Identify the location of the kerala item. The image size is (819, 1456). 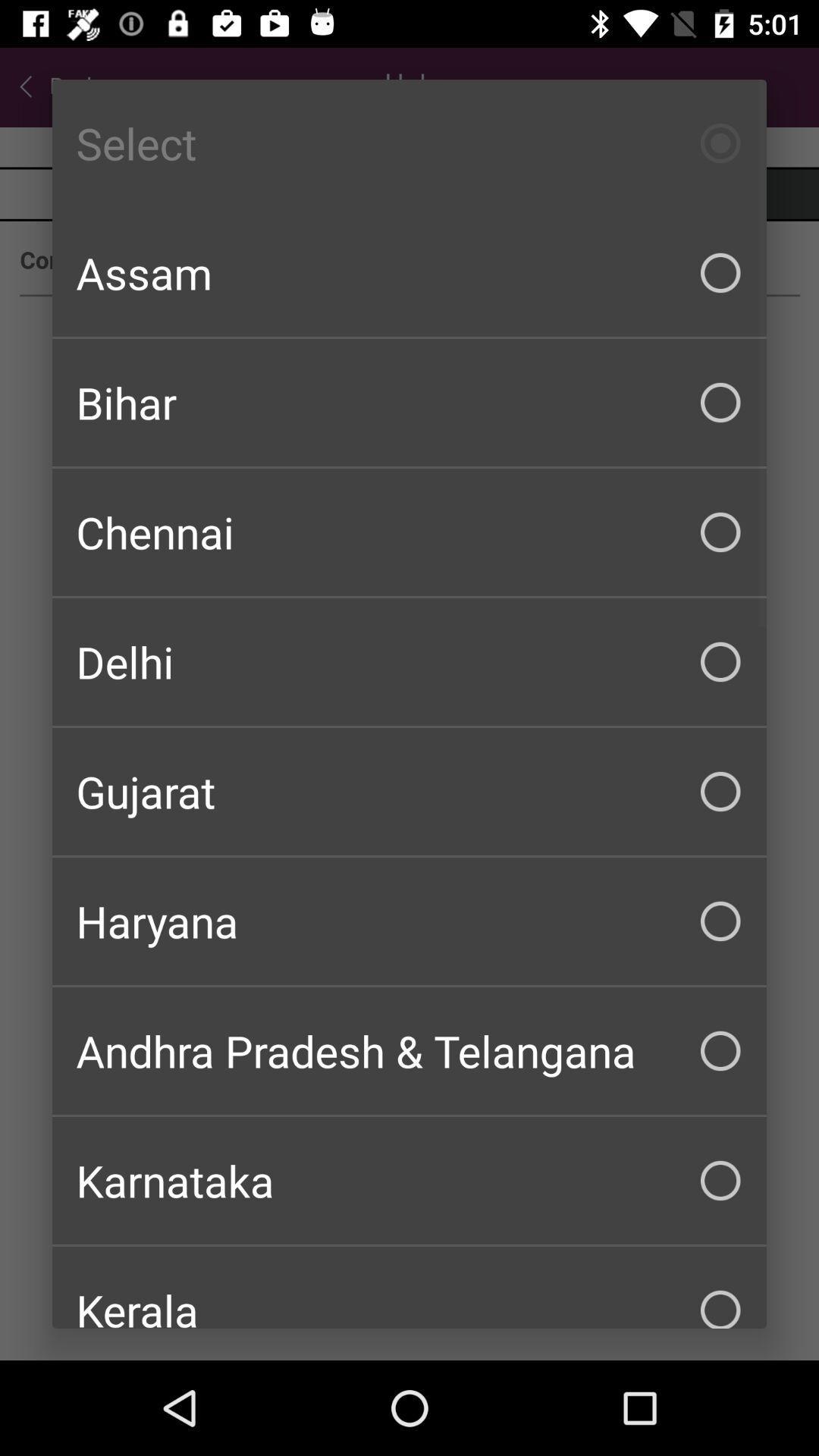
(409, 1287).